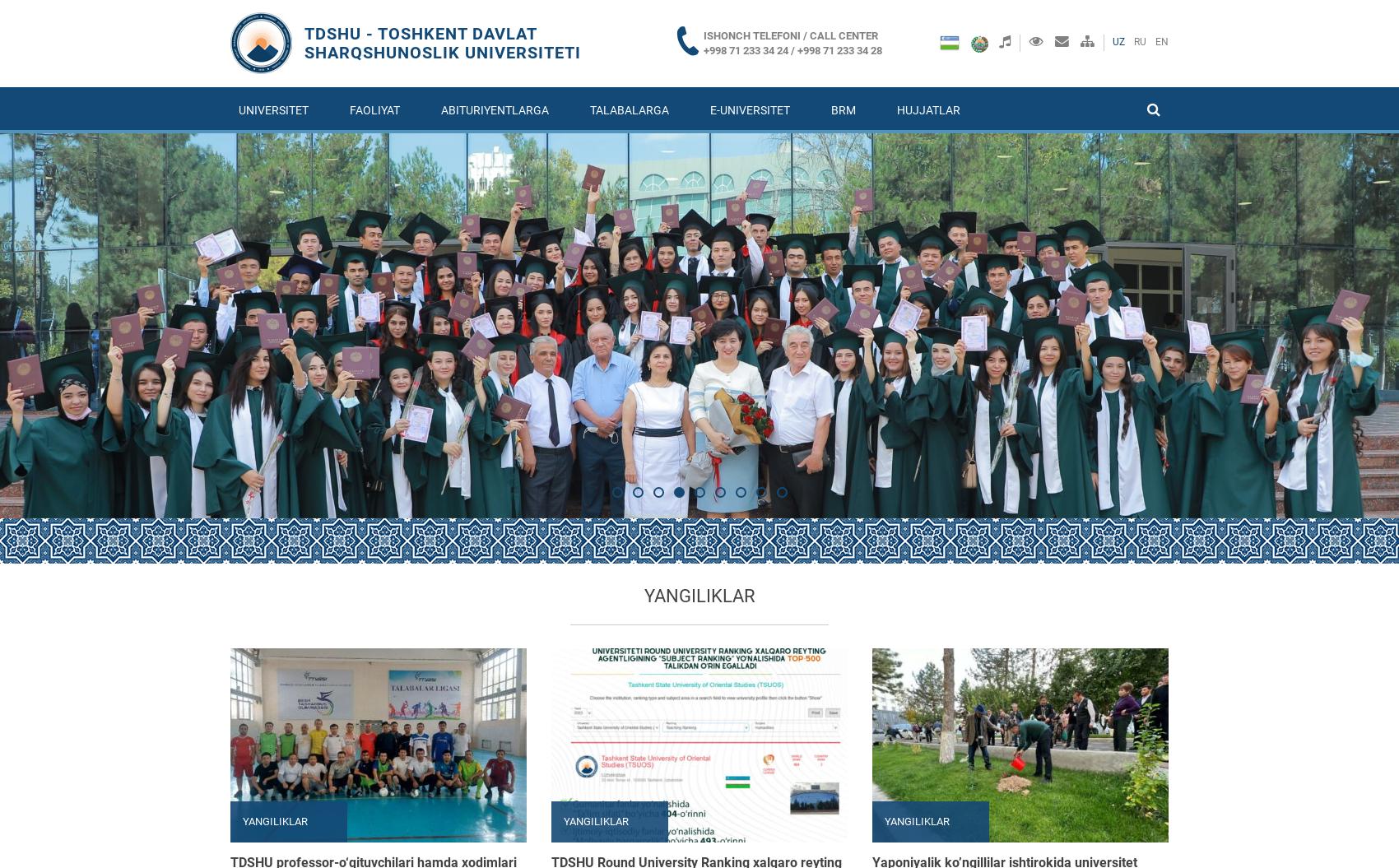 This screenshot has width=1399, height=868. I want to click on 'UZ', so click(1118, 41).